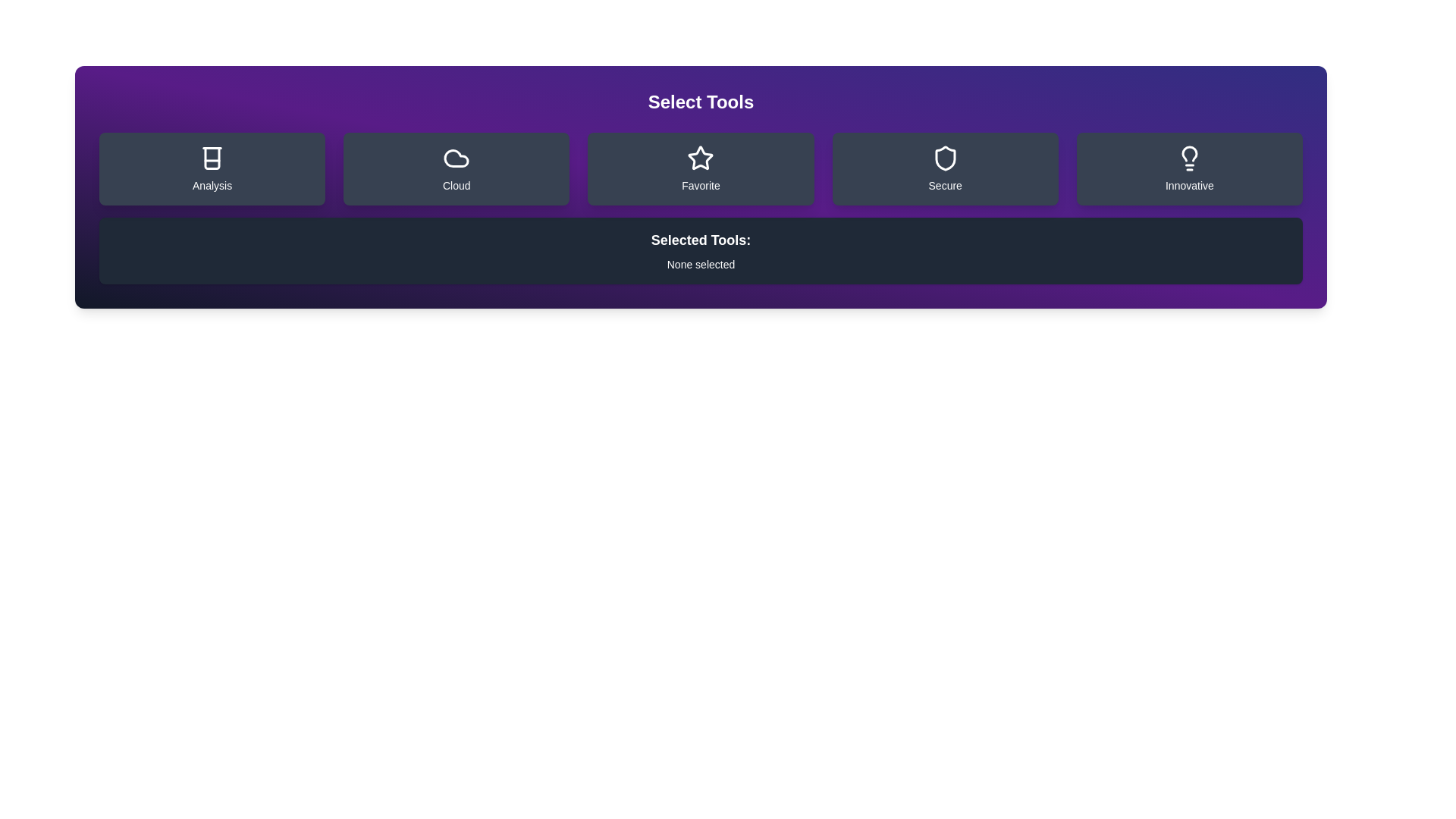 The width and height of the screenshot is (1456, 819). I want to click on the shield icon, which is a white outline inside a dark gray rectangular button labeled 'Secure', located centrally within the fourth button of a horizontal toolbar, so click(944, 158).